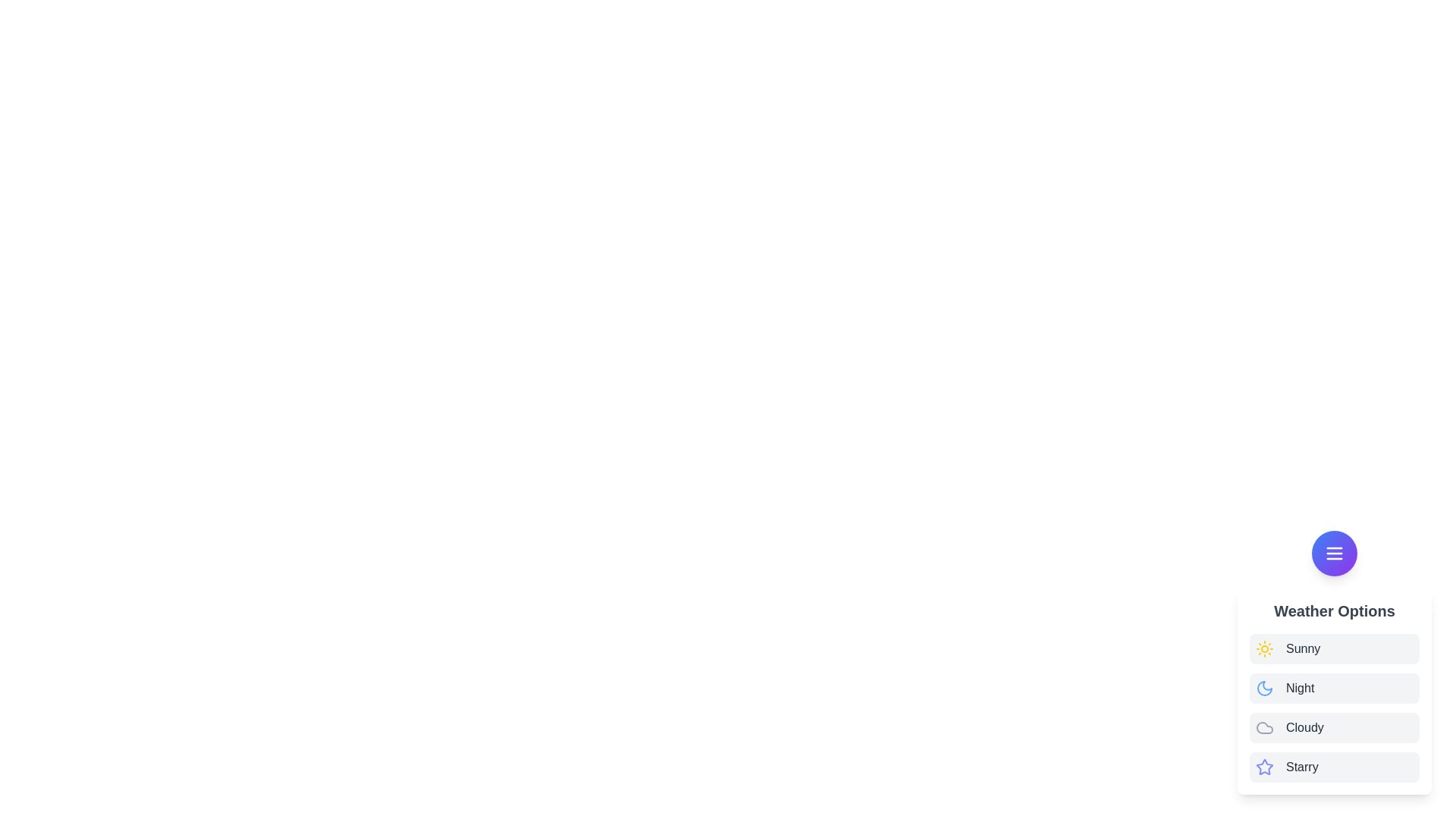  I want to click on the weather option labeled Starry, so click(1301, 767).